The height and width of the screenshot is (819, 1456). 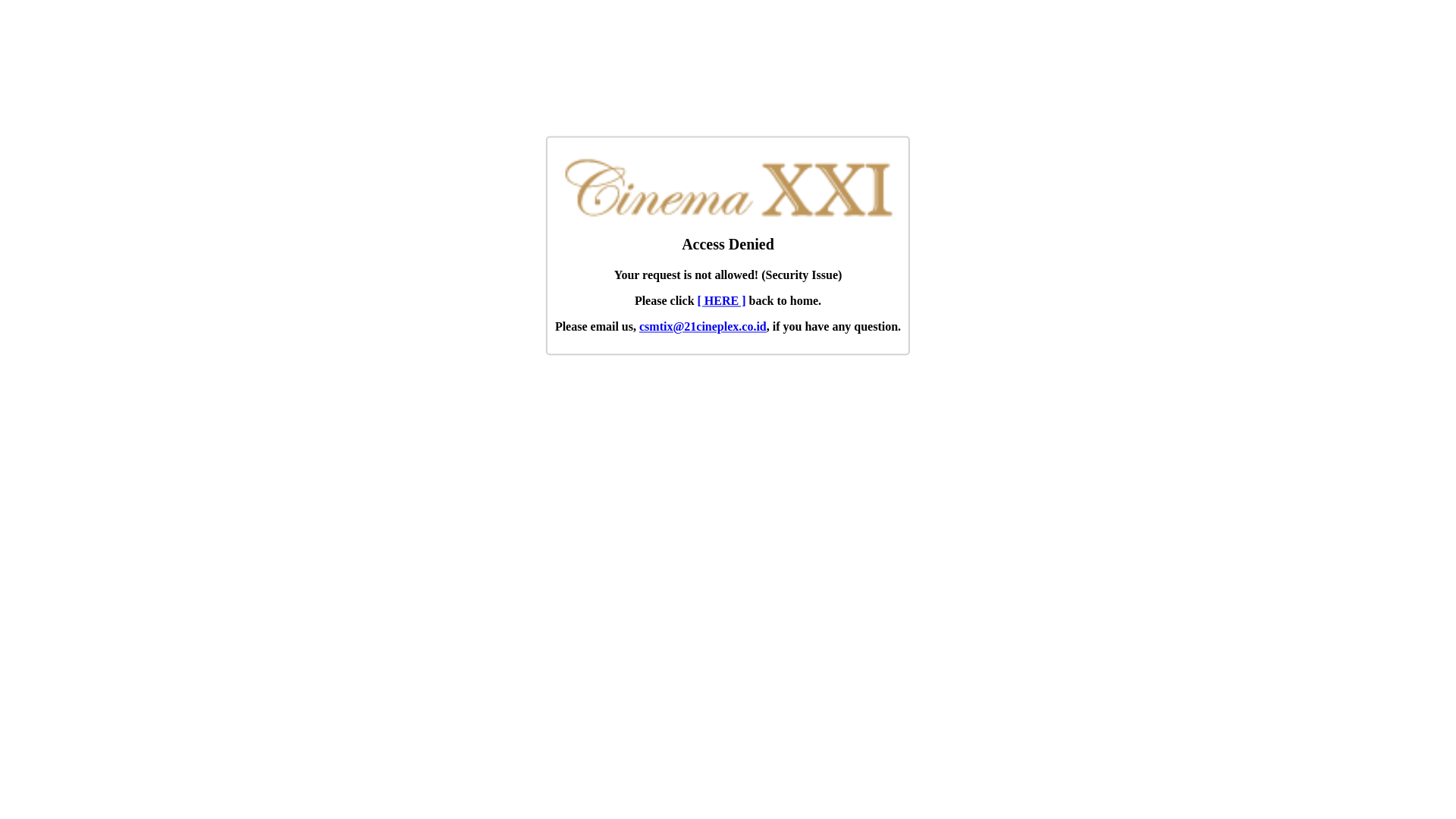 What do you see at coordinates (720, 301) in the screenshot?
I see `'[ HERE ]'` at bounding box center [720, 301].